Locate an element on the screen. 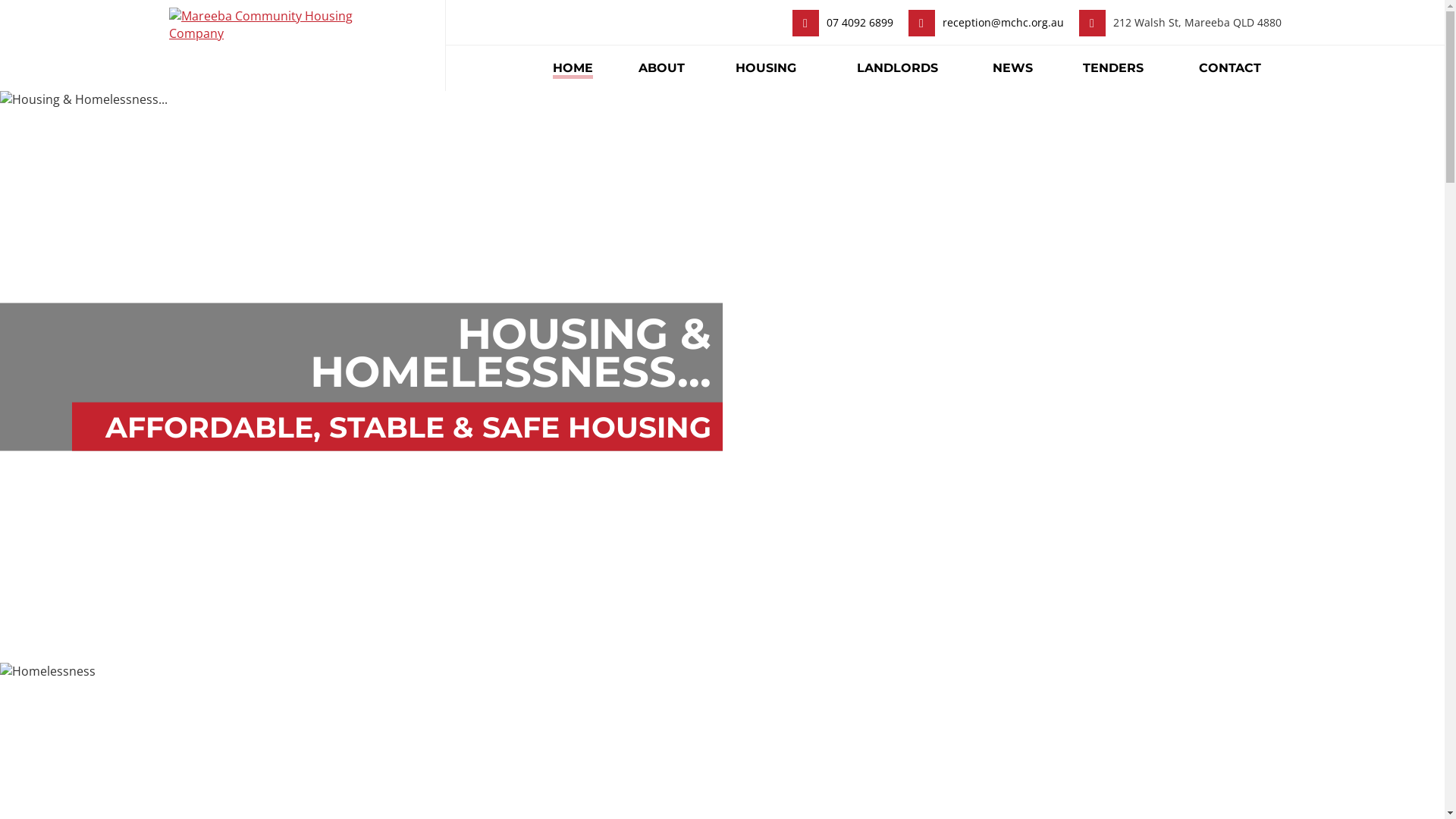 Image resolution: width=1456 pixels, height=819 pixels. 'reception@mchc.org.au' is located at coordinates (1002, 22).